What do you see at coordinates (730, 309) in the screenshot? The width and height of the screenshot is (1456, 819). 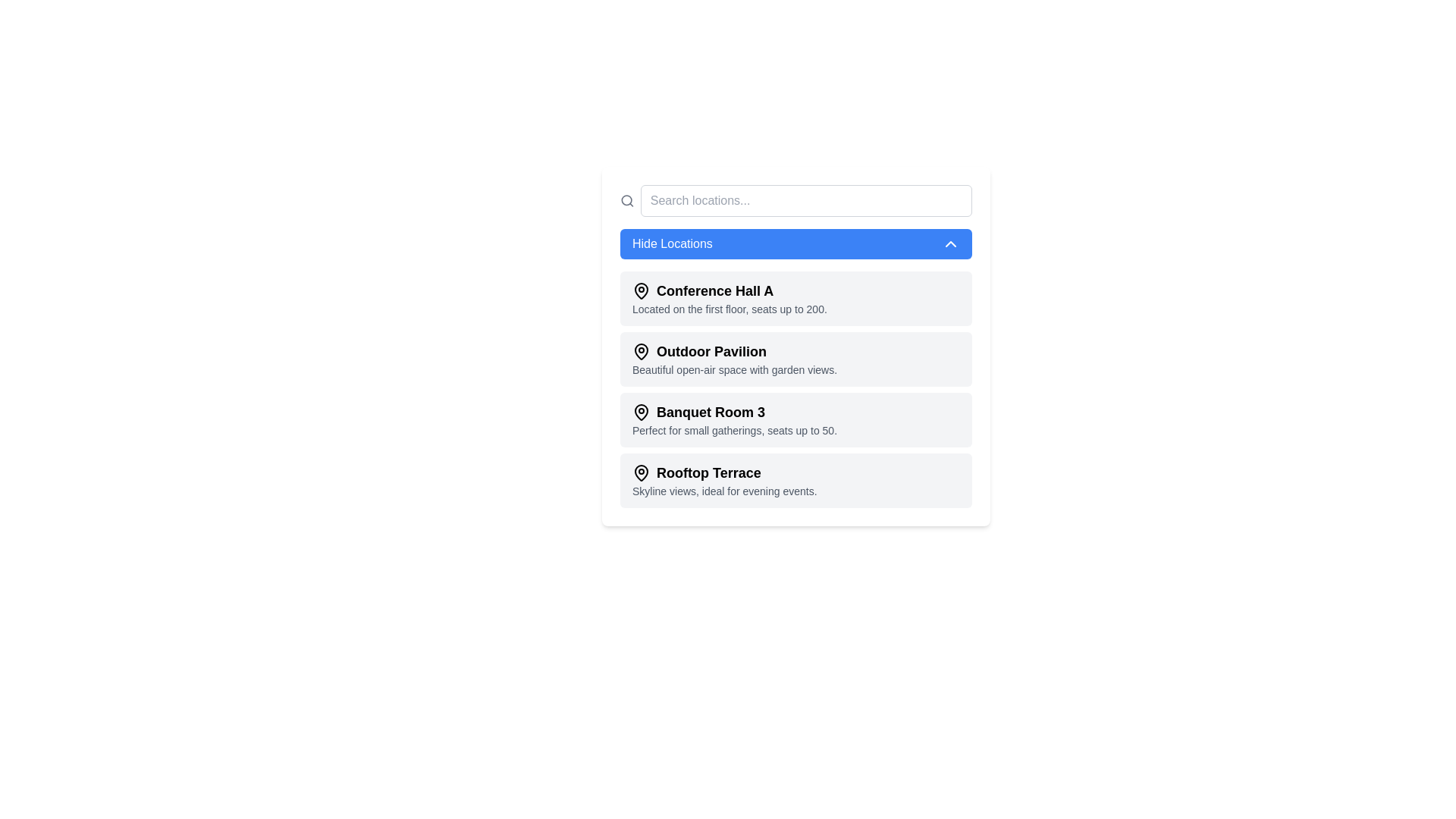 I see `supplementary text stating 'Located on the first floor, seats up to 200.' which is the second line under 'Conference Hall A'` at bounding box center [730, 309].